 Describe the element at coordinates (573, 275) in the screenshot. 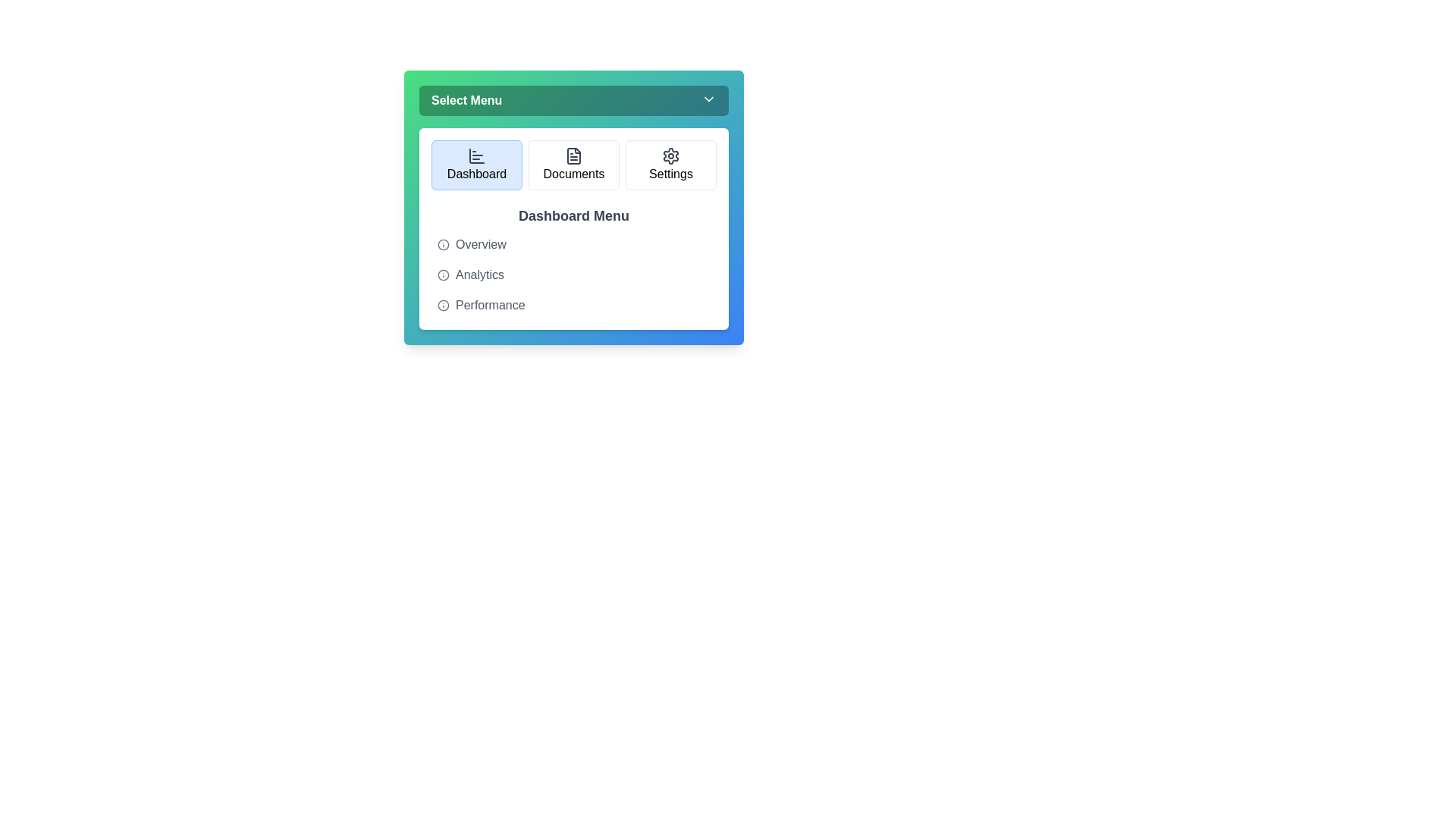

I see `the 'Analytics' menu item, which is the second item in the vertical menu` at that location.